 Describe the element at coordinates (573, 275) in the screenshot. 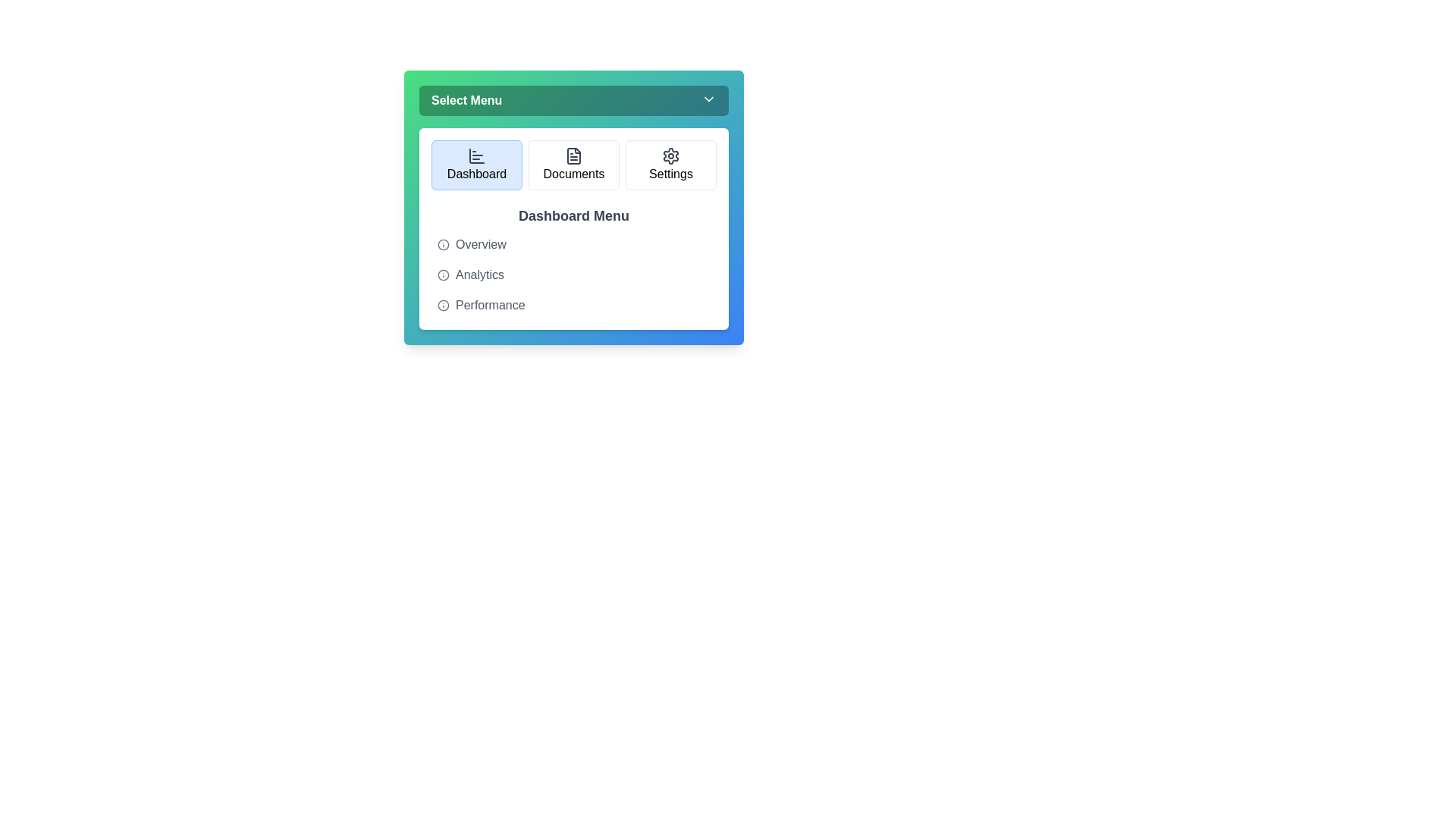

I see `the 'Analytics' menu item, which is the second item in the vertical menu` at that location.